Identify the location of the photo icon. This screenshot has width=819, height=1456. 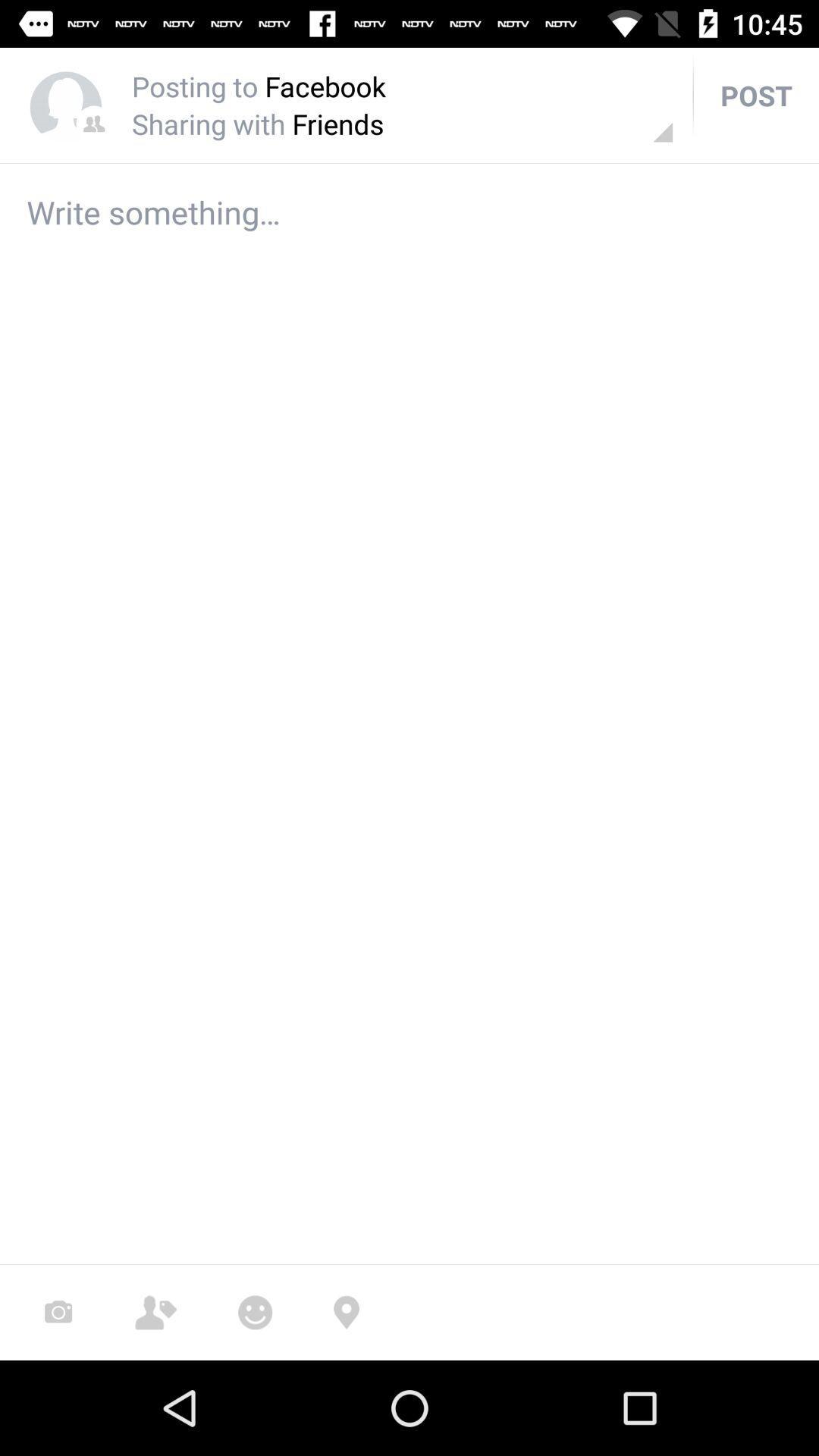
(58, 1312).